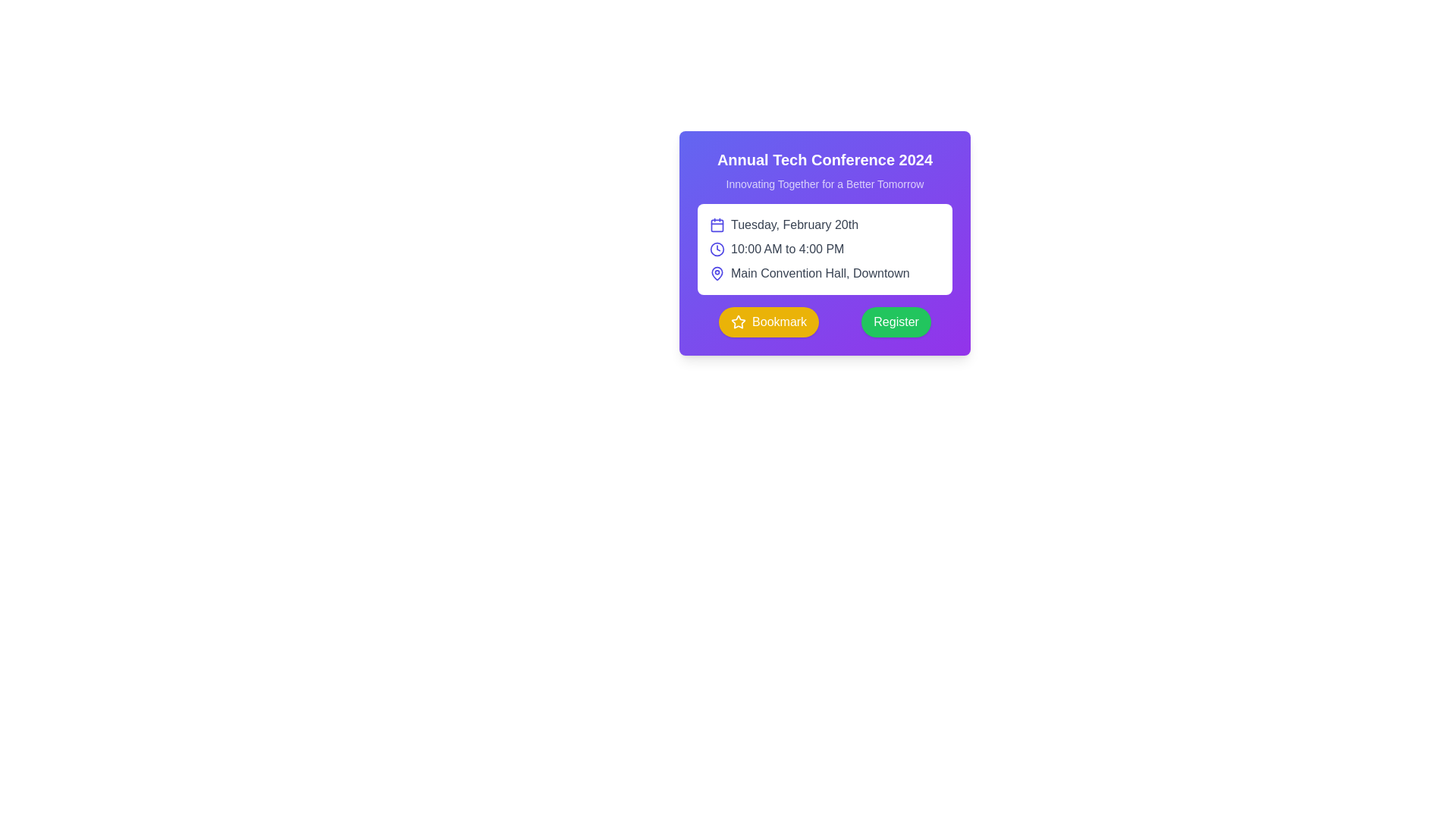 The height and width of the screenshot is (819, 1456). Describe the element at coordinates (824, 225) in the screenshot. I see `the text 'Tuesday, February 20th'` at that location.